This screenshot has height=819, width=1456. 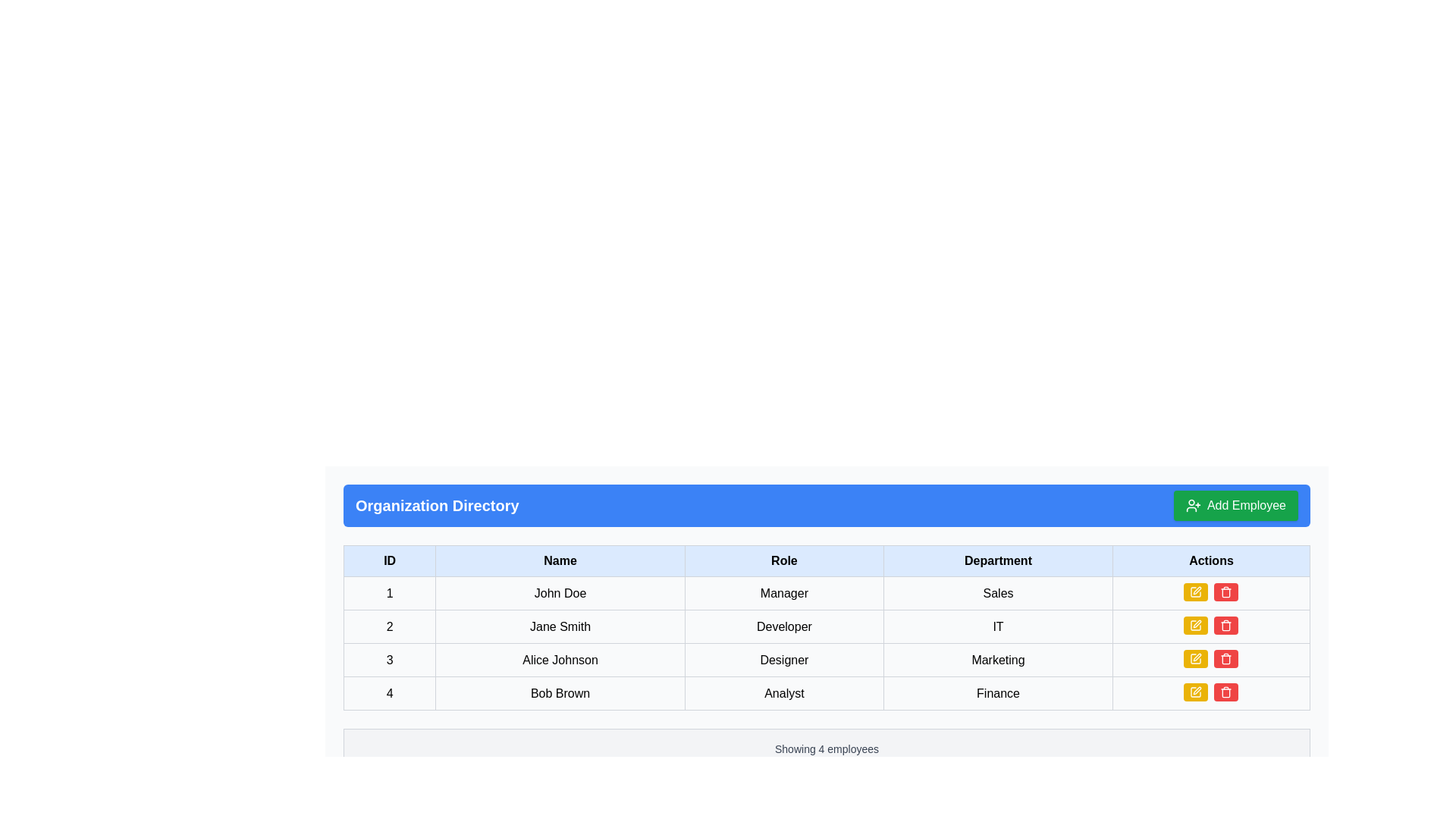 I want to click on the small yellow pen icon located in the 'Actions' column of the data table, so click(x=1197, y=590).